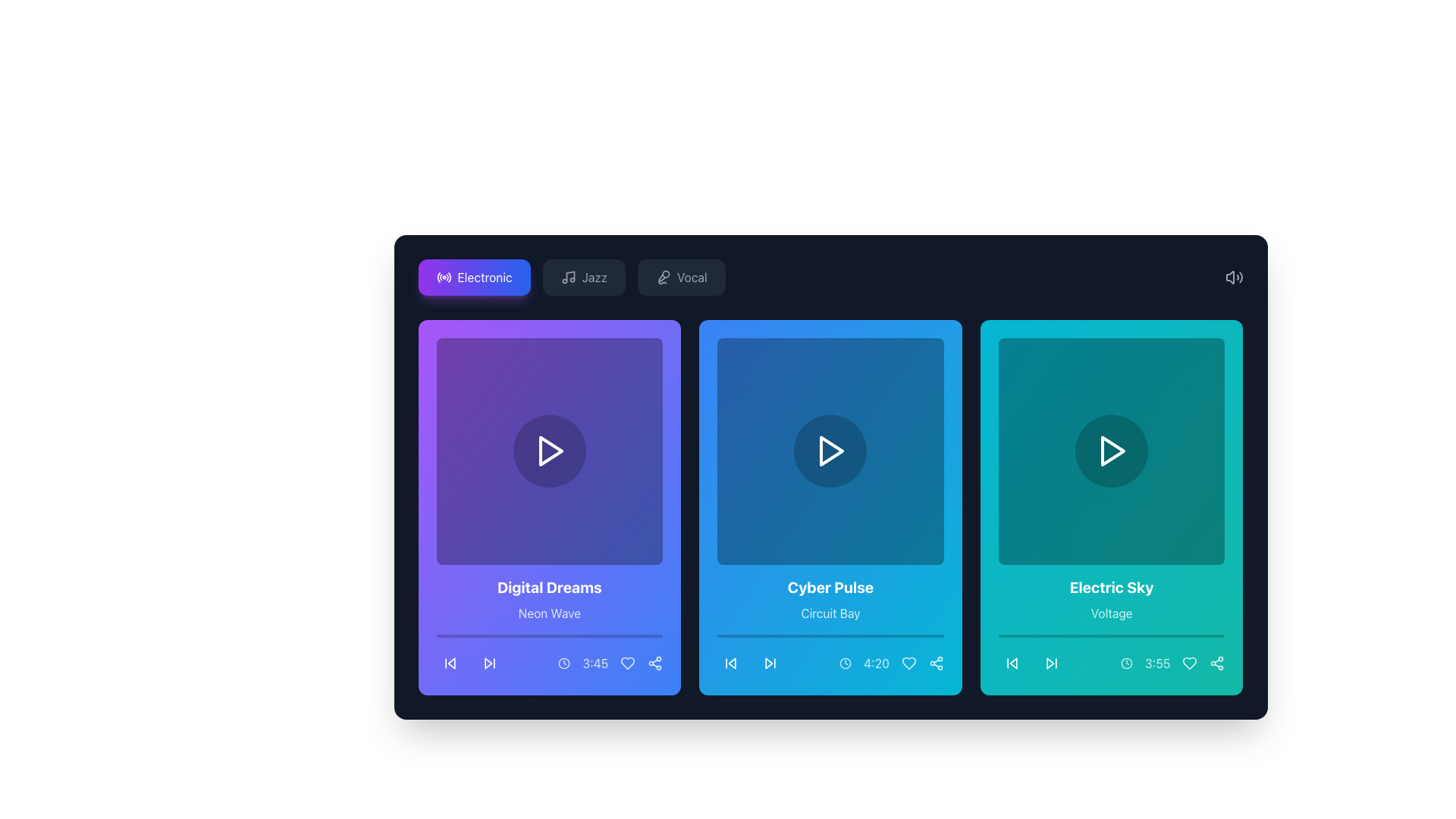  What do you see at coordinates (1113, 450) in the screenshot?
I see `the triangular play button icon with a white outline on a teal circular background located at the center of the 'Electric Sky' card` at bounding box center [1113, 450].